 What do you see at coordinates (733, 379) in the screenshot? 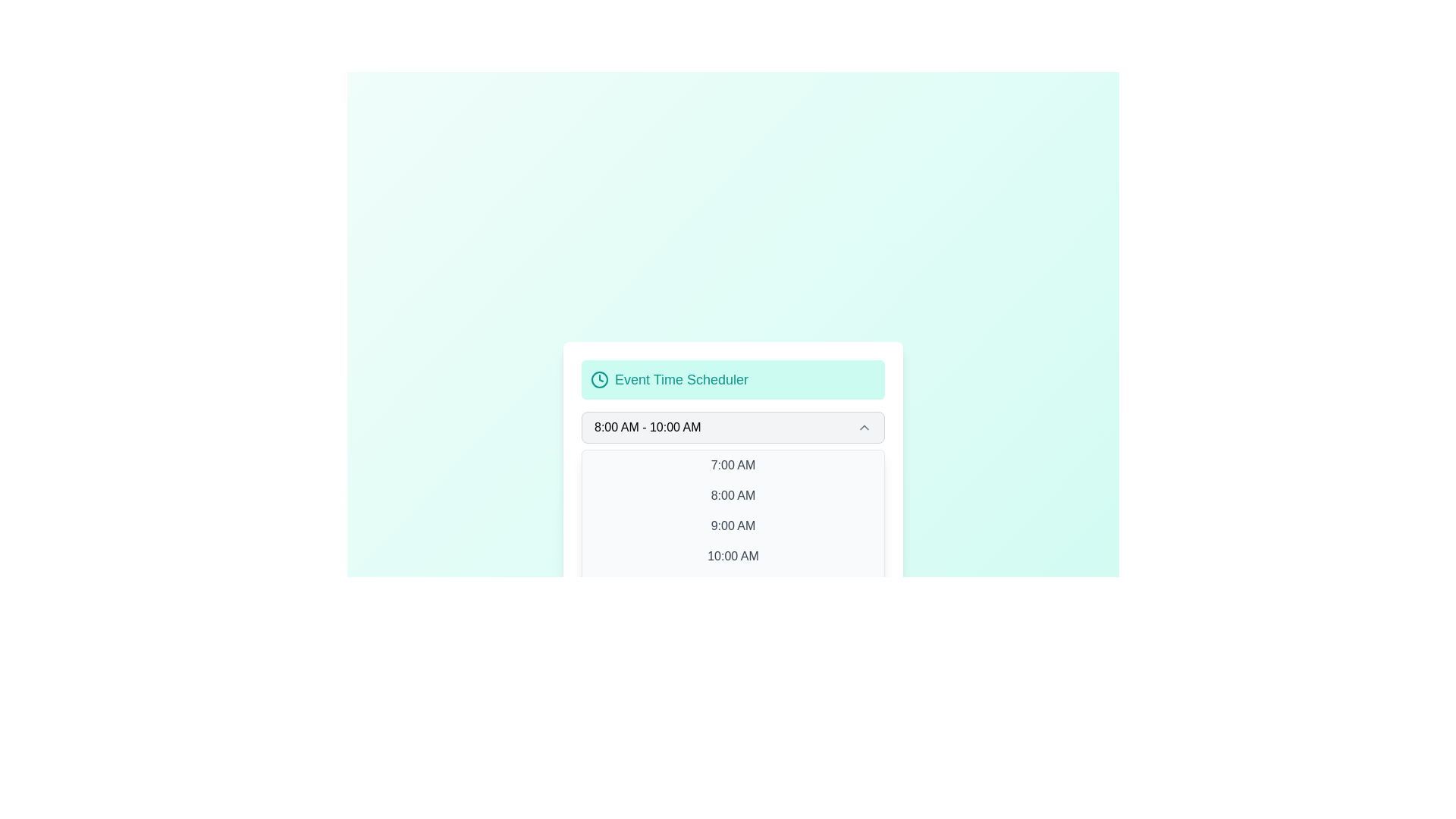
I see `the Label with decorative icon which serves as the title for the card component below it, located in the center of the page, preceding the time-range selector` at bounding box center [733, 379].